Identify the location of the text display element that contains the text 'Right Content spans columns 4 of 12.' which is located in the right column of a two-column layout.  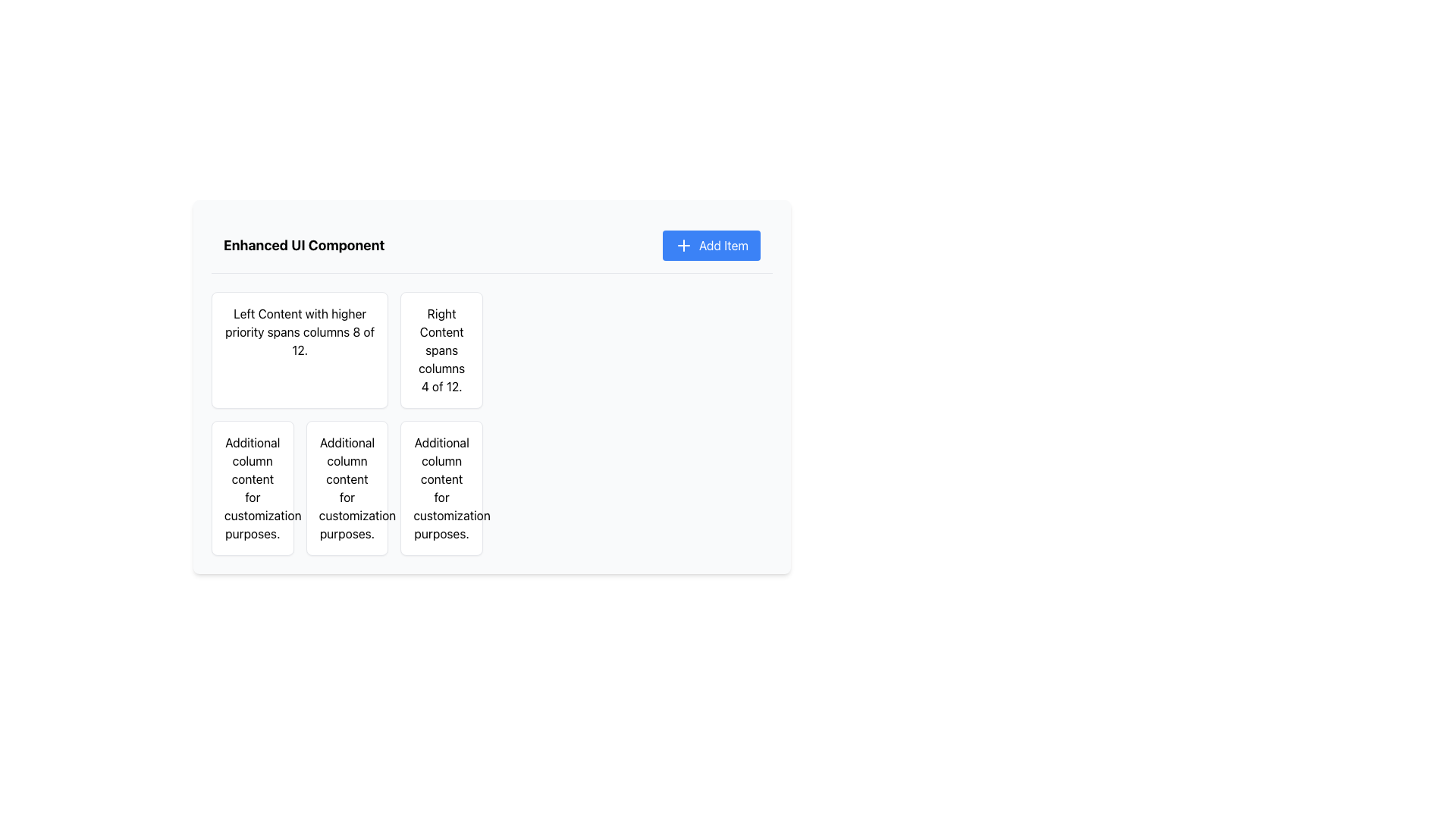
(441, 350).